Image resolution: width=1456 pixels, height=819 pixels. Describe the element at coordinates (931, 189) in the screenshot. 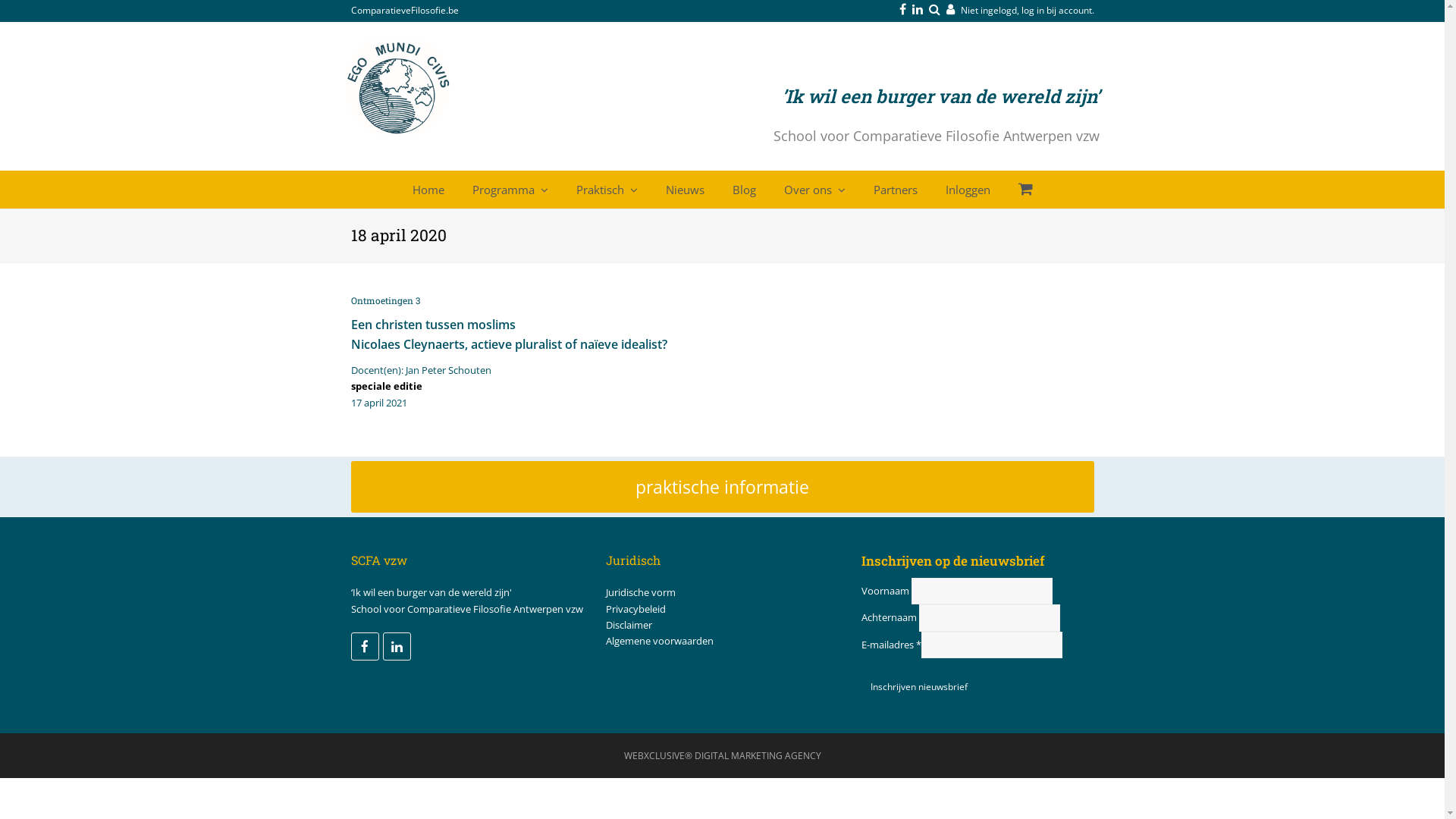

I see `'Inloggen'` at that location.